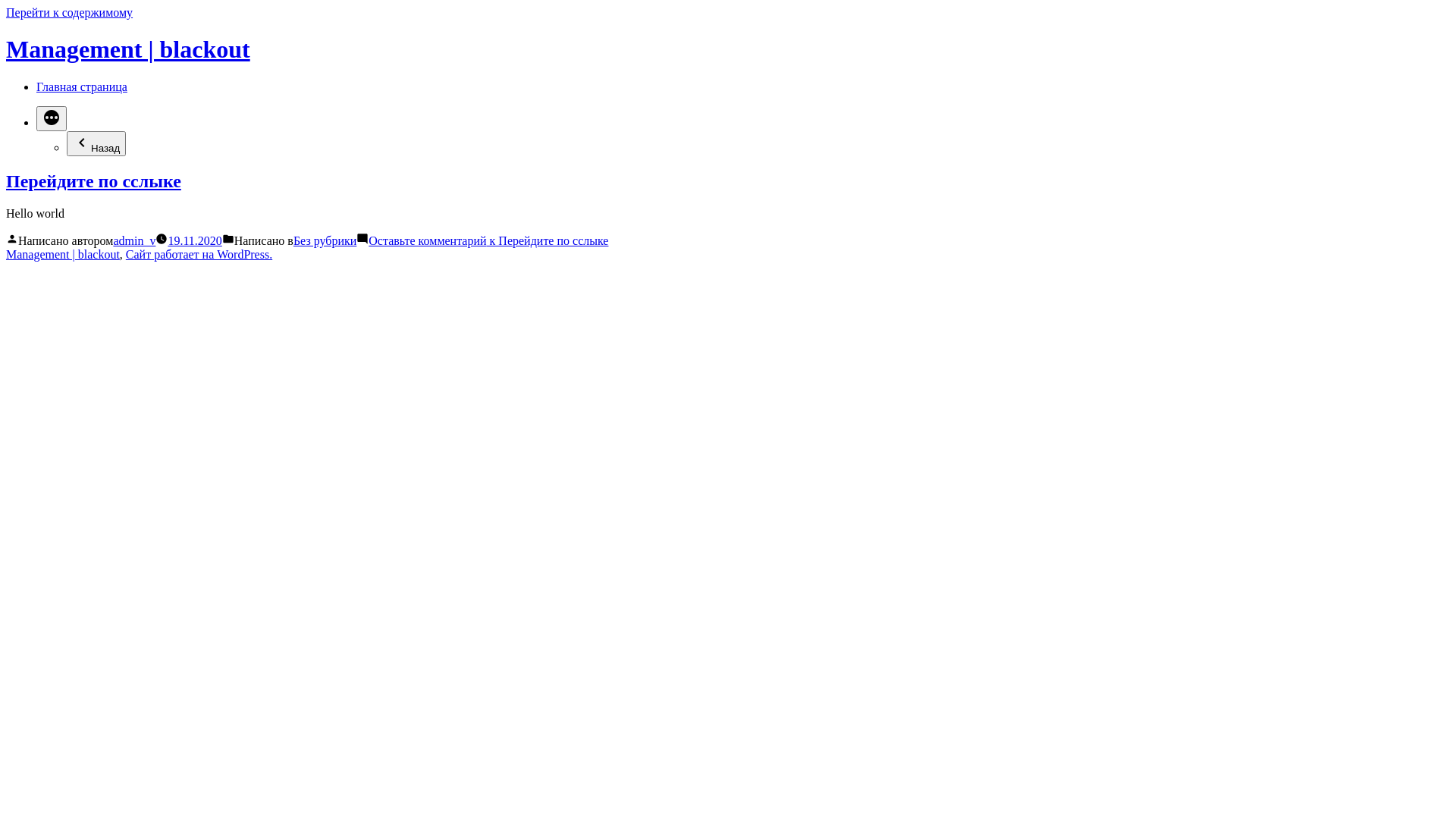 Image resolution: width=1456 pixels, height=819 pixels. Describe the element at coordinates (193, 240) in the screenshot. I see `'19.11.2020'` at that location.